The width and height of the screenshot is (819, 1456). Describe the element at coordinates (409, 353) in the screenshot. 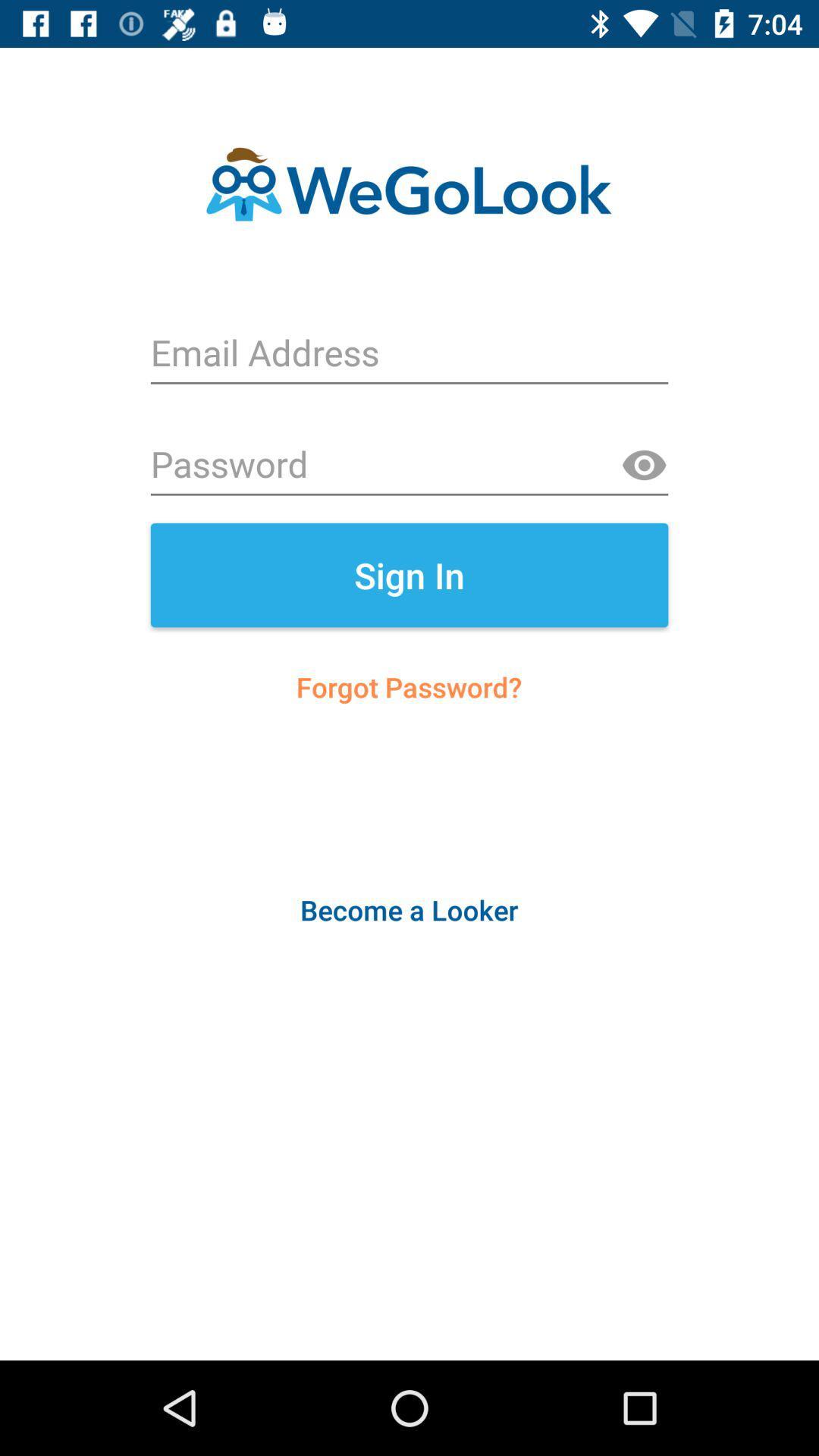

I see `email address` at that location.